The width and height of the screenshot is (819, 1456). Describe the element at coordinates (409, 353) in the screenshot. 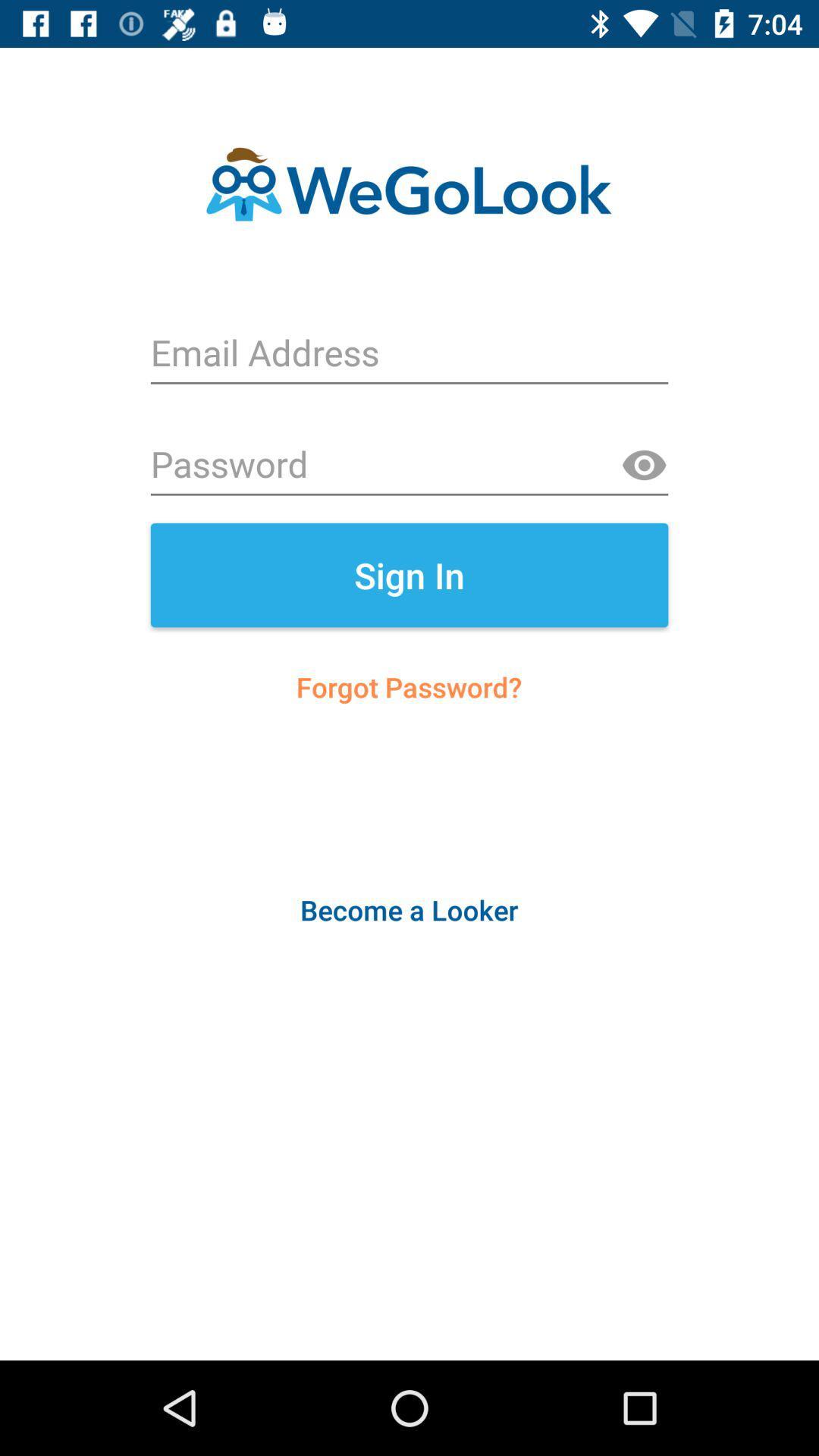

I see `email address` at that location.